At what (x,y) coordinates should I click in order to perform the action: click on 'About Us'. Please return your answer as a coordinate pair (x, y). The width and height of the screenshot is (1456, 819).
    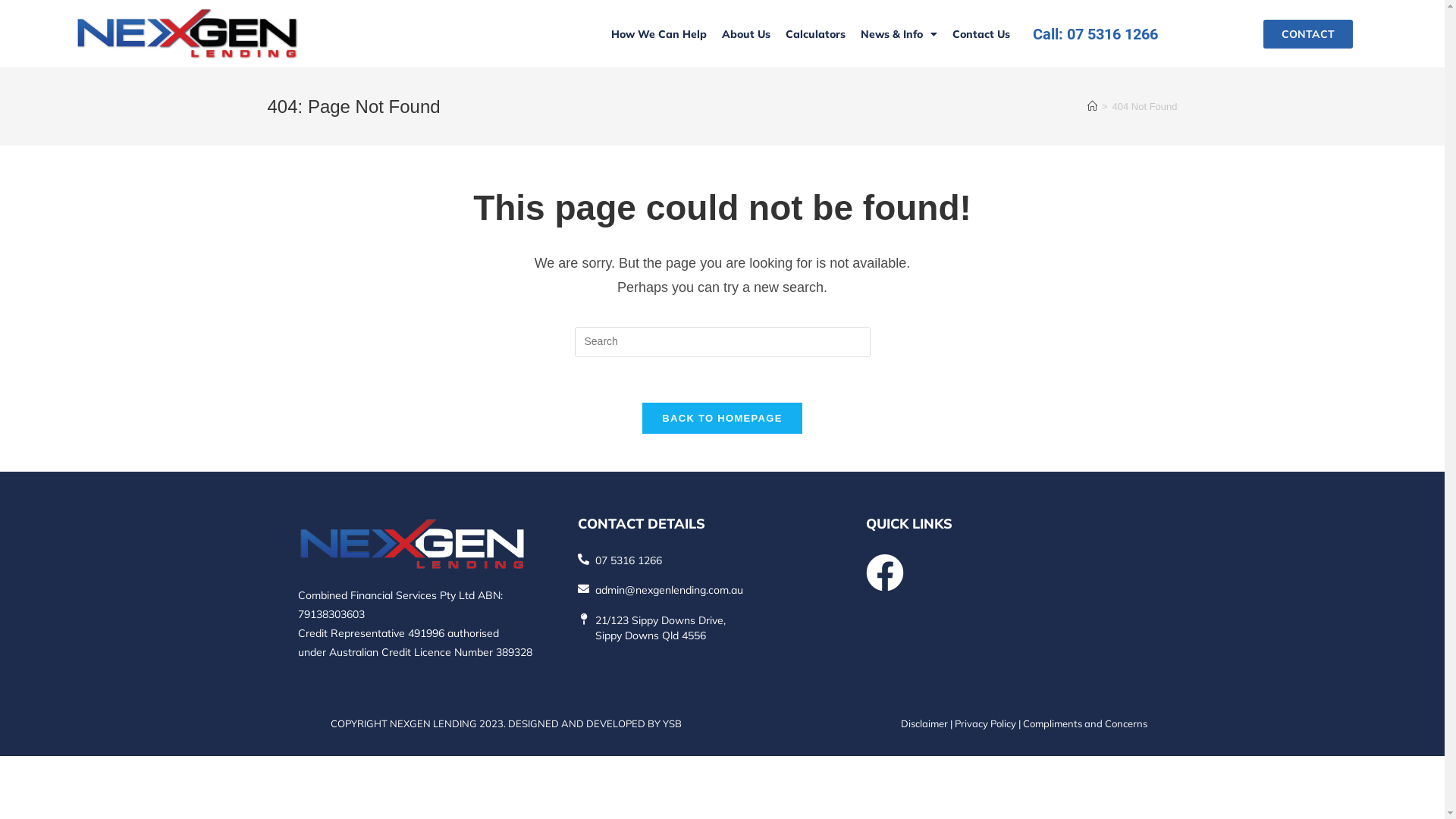
    Looking at the image, I should click on (713, 34).